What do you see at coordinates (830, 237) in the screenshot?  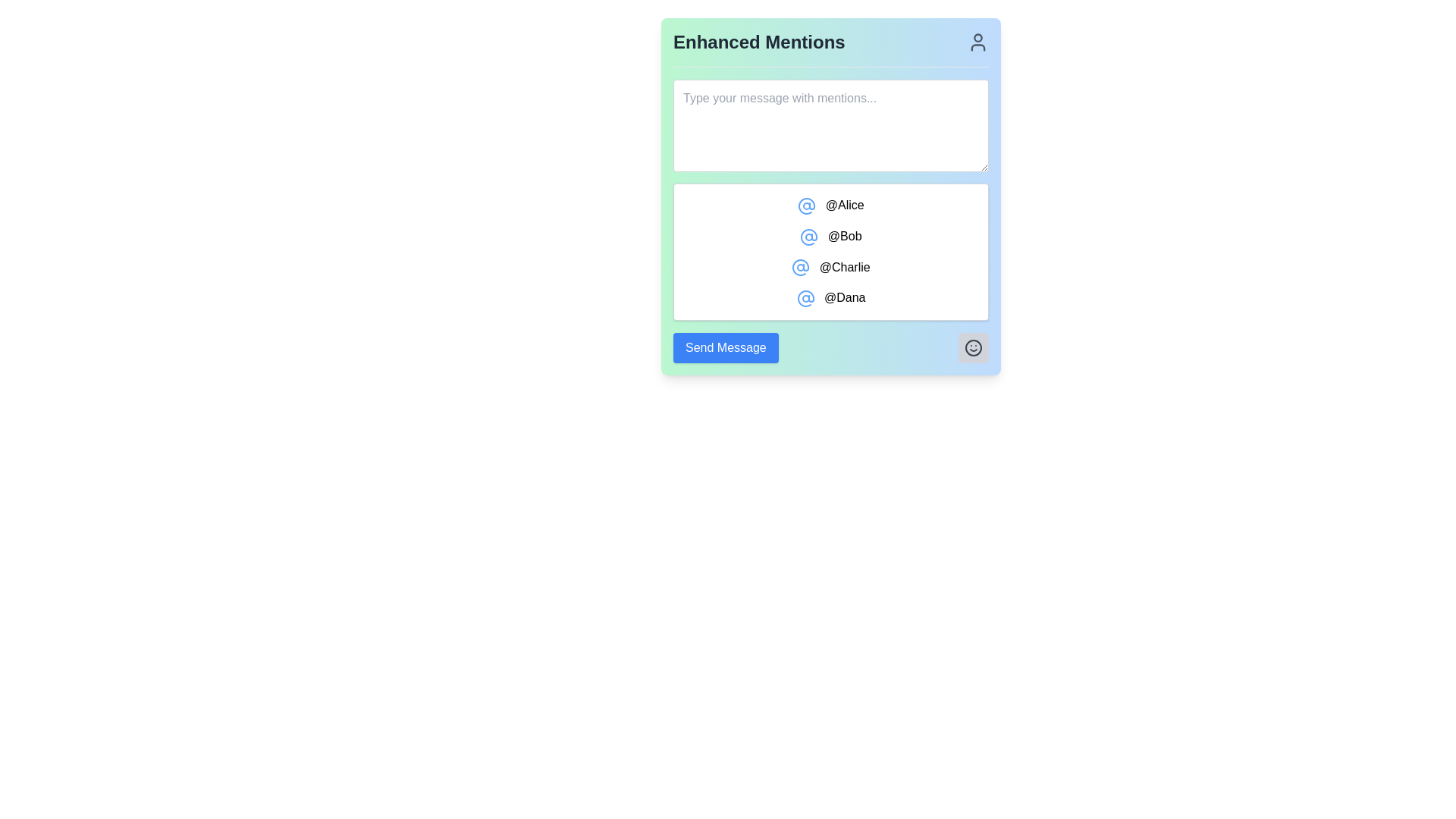 I see `the selectable user mention option for 'Bob' in the dropdown list, which is the second item below '@Alice' and above '@Charlie'` at bounding box center [830, 237].